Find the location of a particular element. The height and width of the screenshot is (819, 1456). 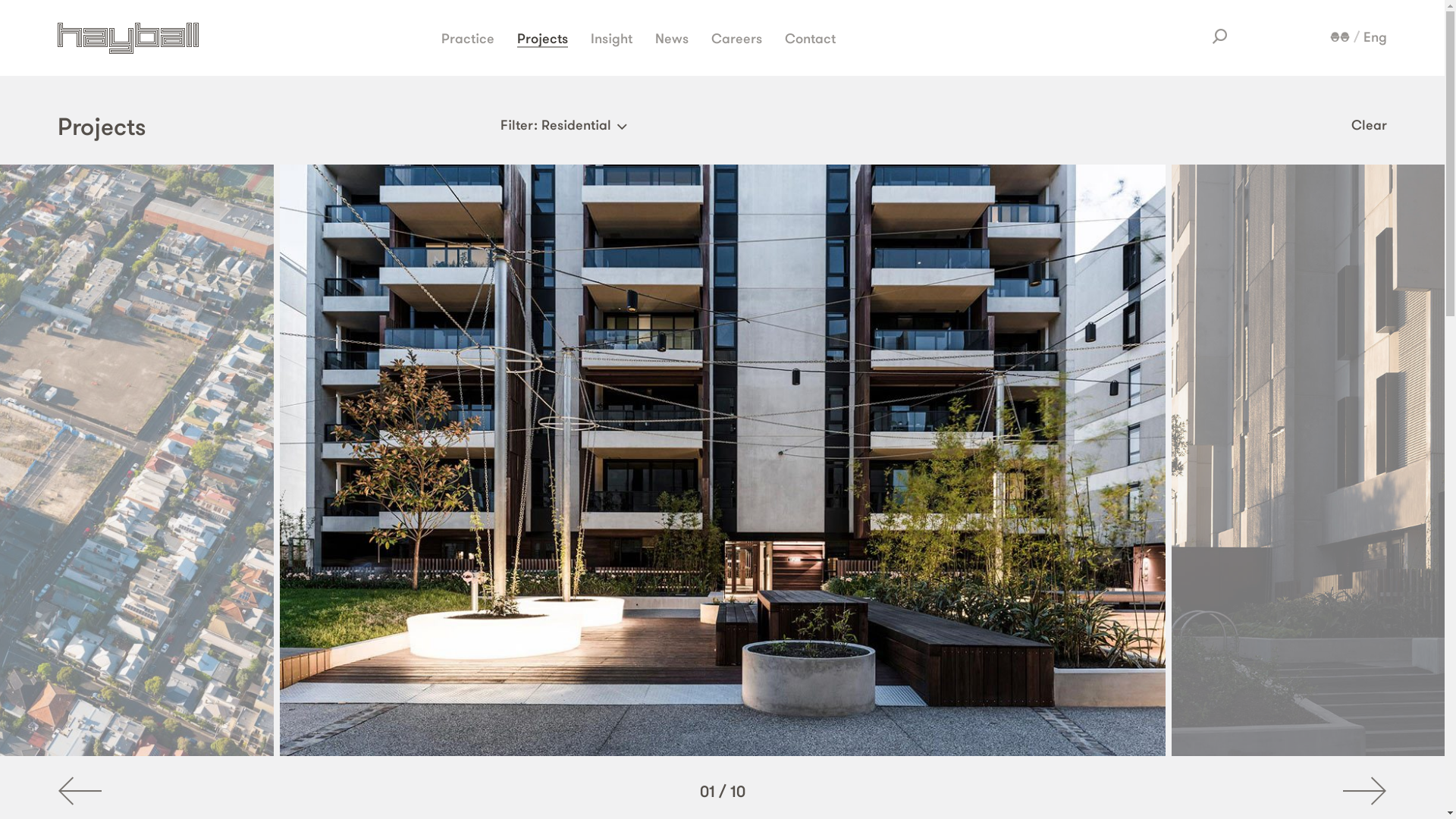

'News' is located at coordinates (671, 36).